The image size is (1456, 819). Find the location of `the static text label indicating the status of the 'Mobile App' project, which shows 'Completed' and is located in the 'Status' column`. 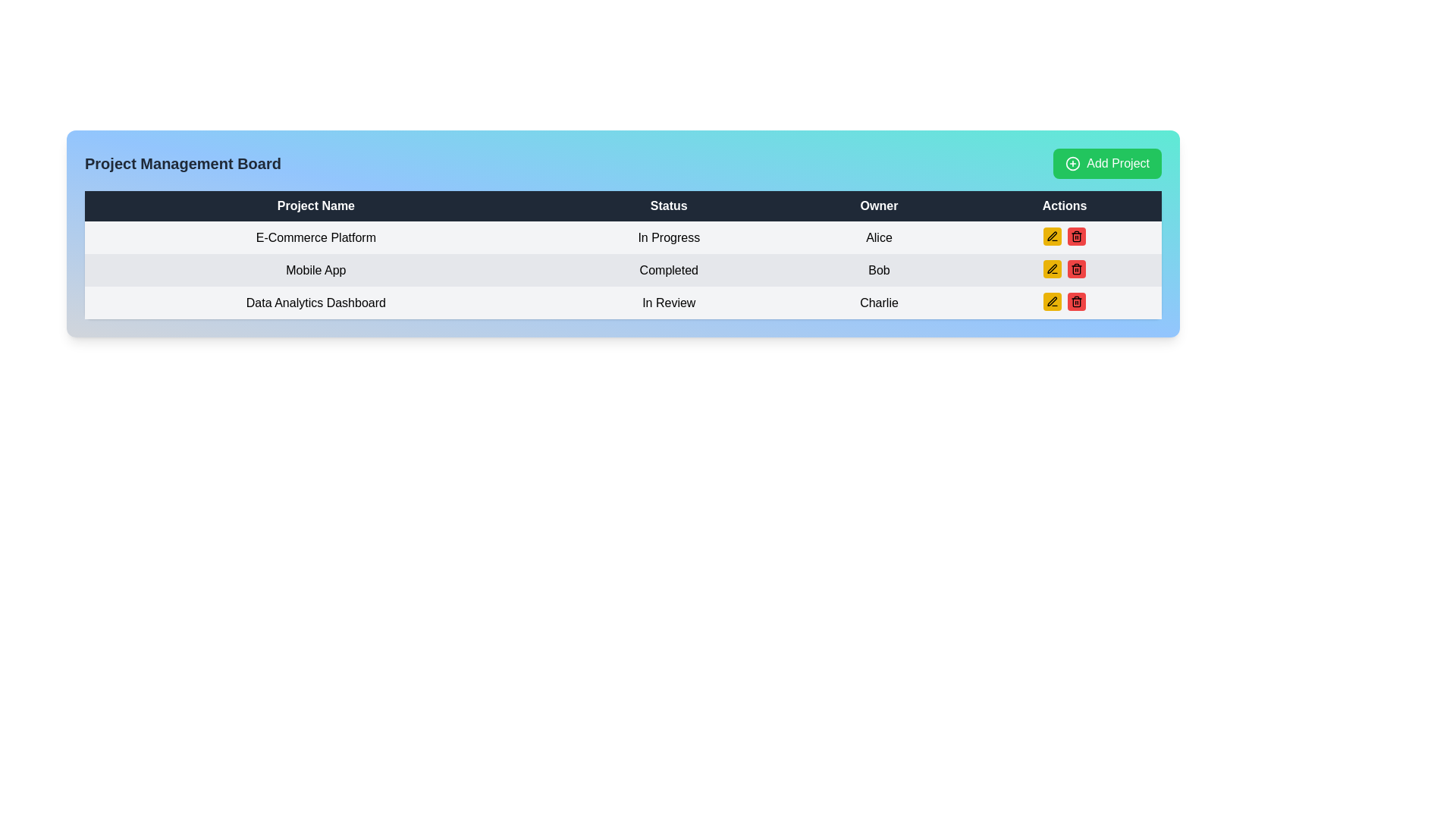

the static text label indicating the status of the 'Mobile App' project, which shows 'Completed' and is located in the 'Status' column is located at coordinates (668, 269).